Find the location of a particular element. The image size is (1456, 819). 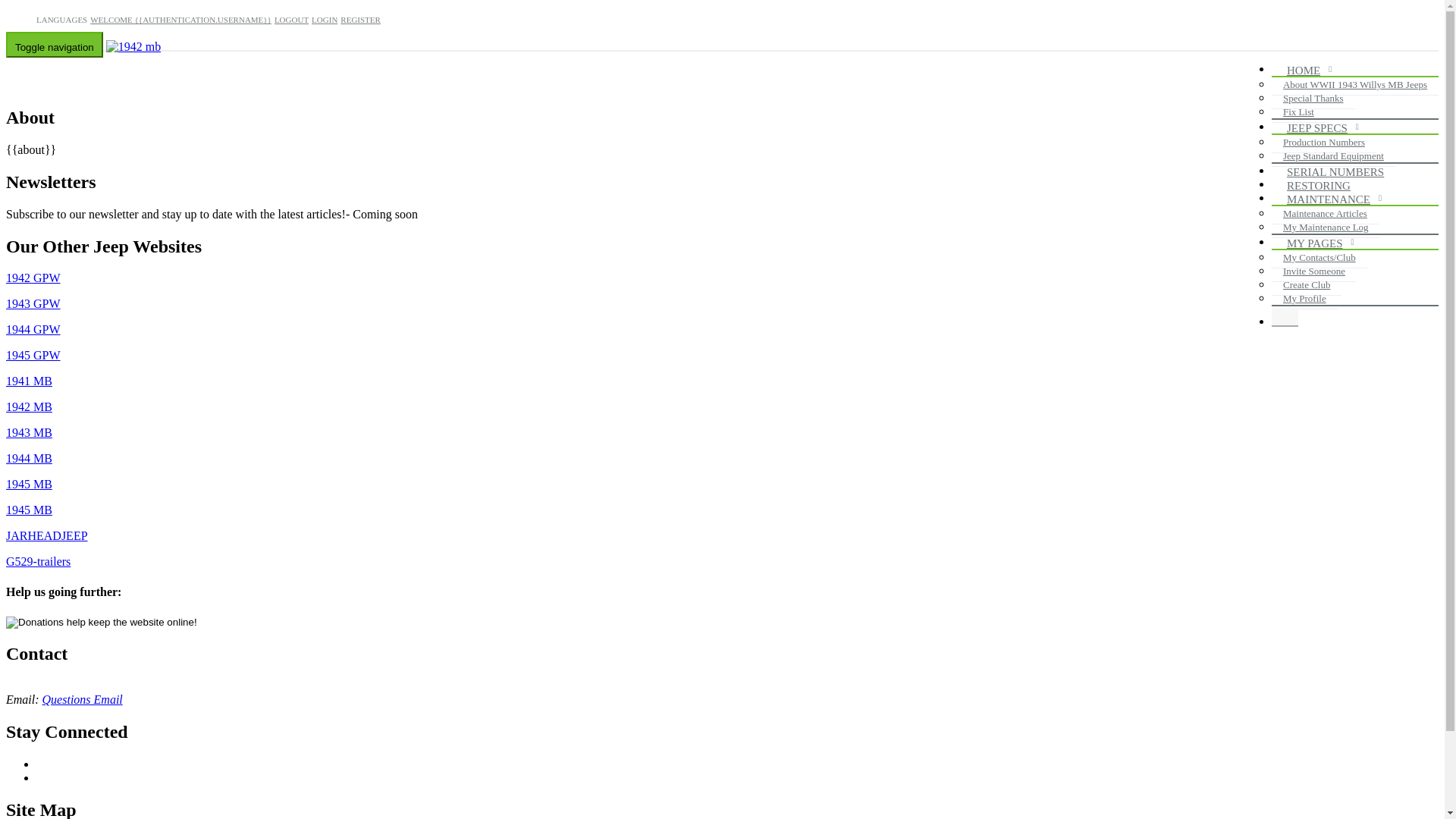

'REGISTER' is located at coordinates (340, 20).